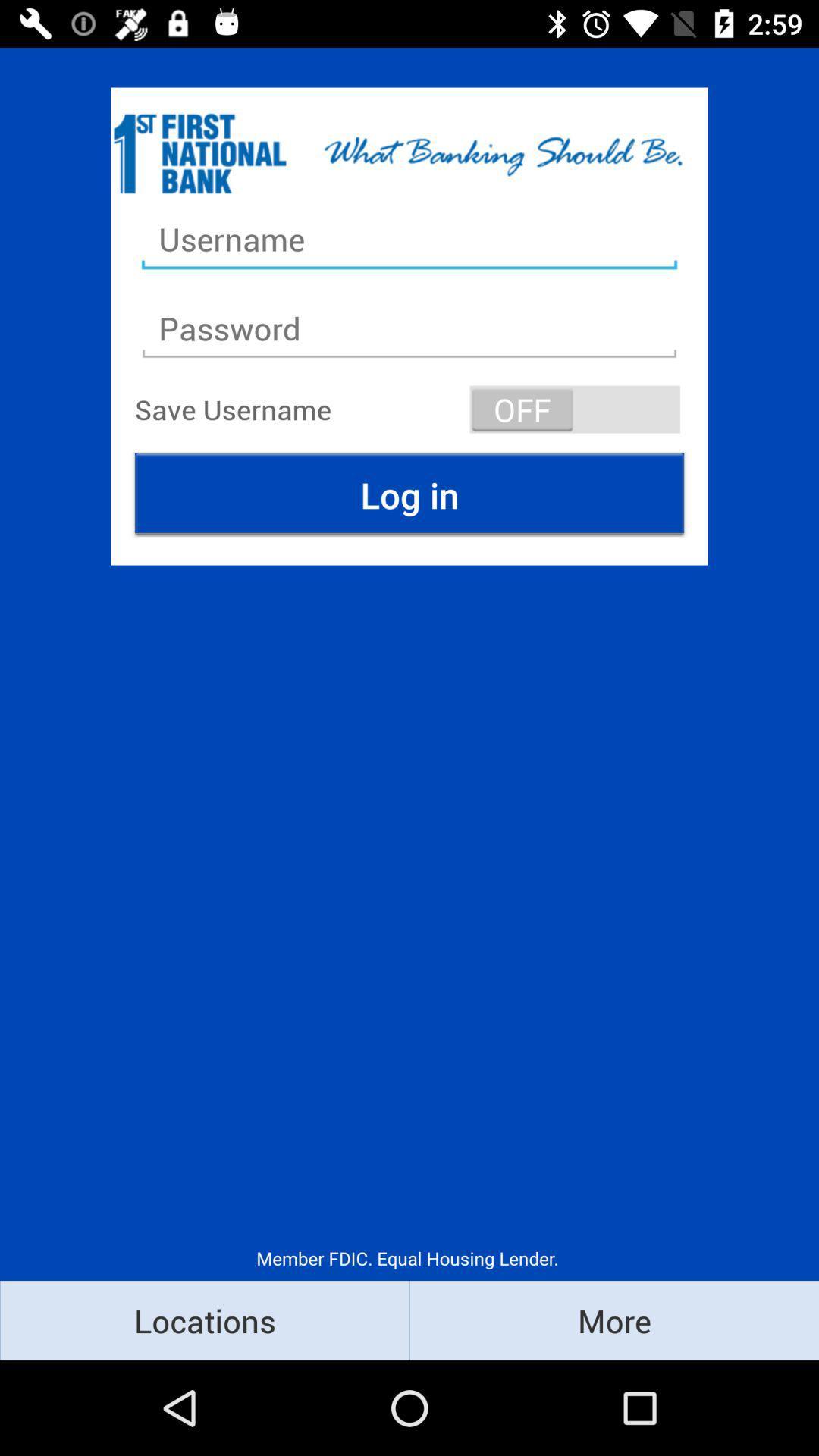 This screenshot has width=819, height=1456. I want to click on the more item, so click(614, 1319).